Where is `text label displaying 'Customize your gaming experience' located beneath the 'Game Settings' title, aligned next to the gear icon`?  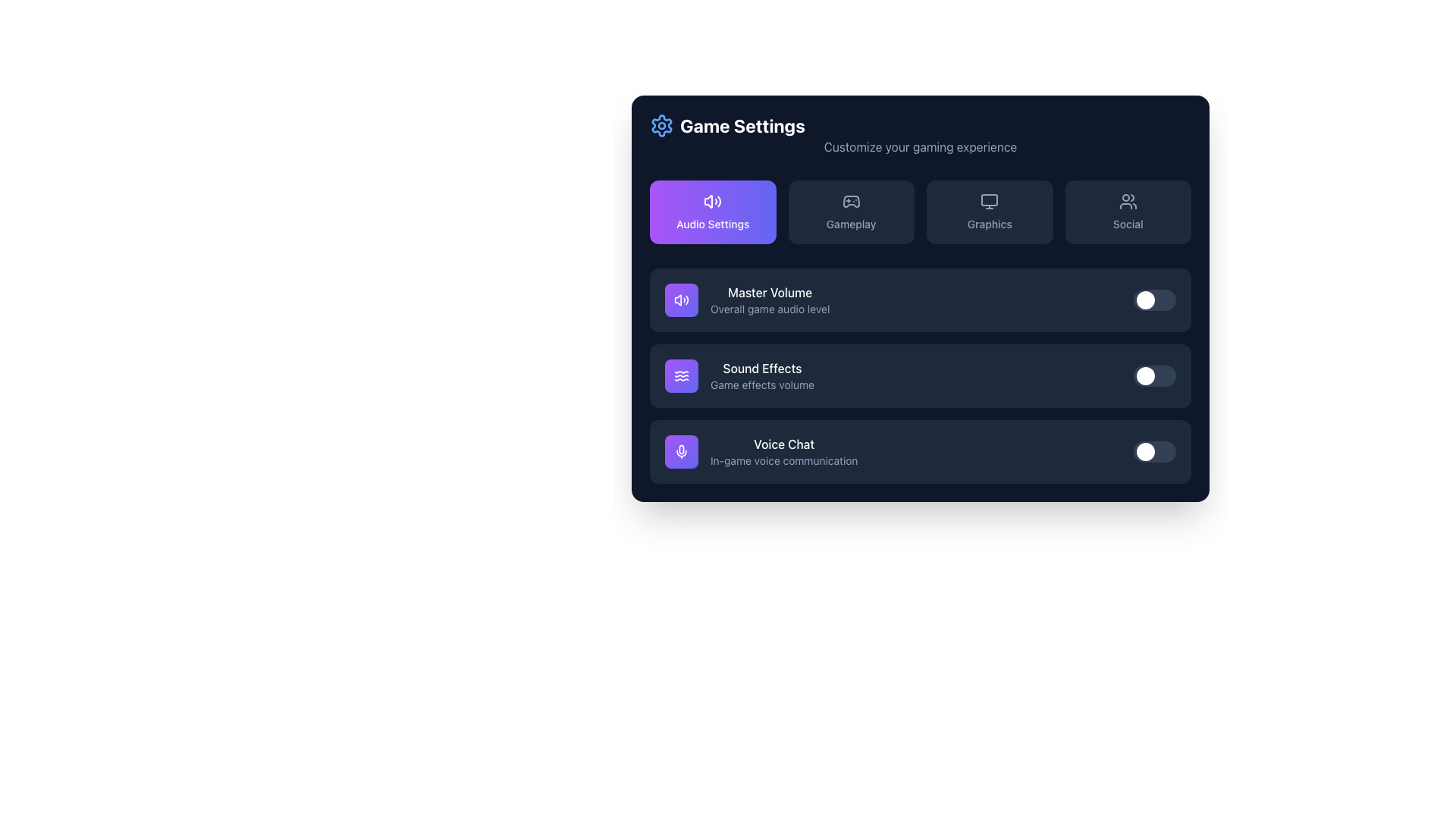
text label displaying 'Customize your gaming experience' located beneath the 'Game Settings' title, aligned next to the gear icon is located at coordinates (920, 146).